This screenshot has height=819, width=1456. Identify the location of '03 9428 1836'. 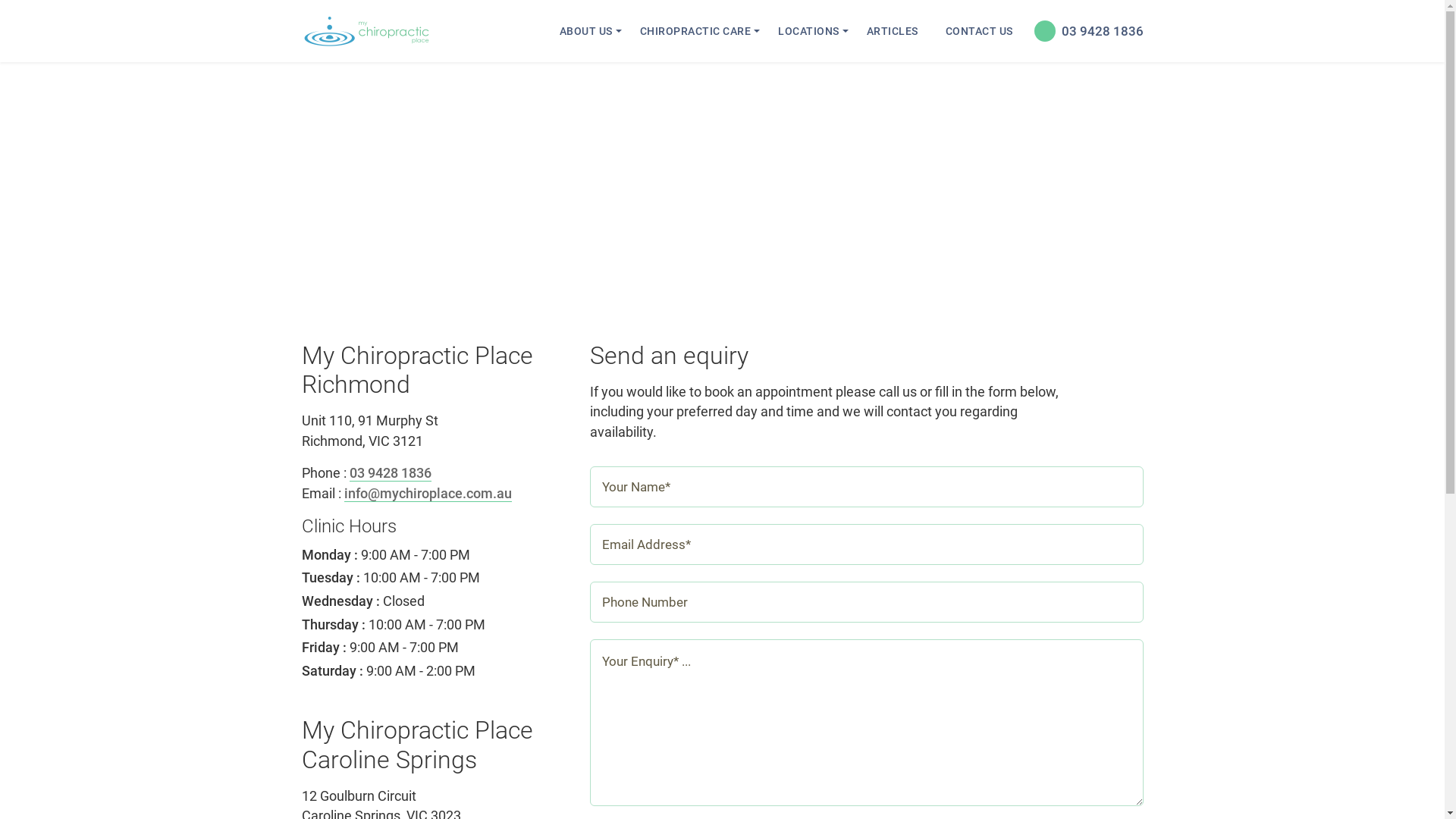
(1026, 31).